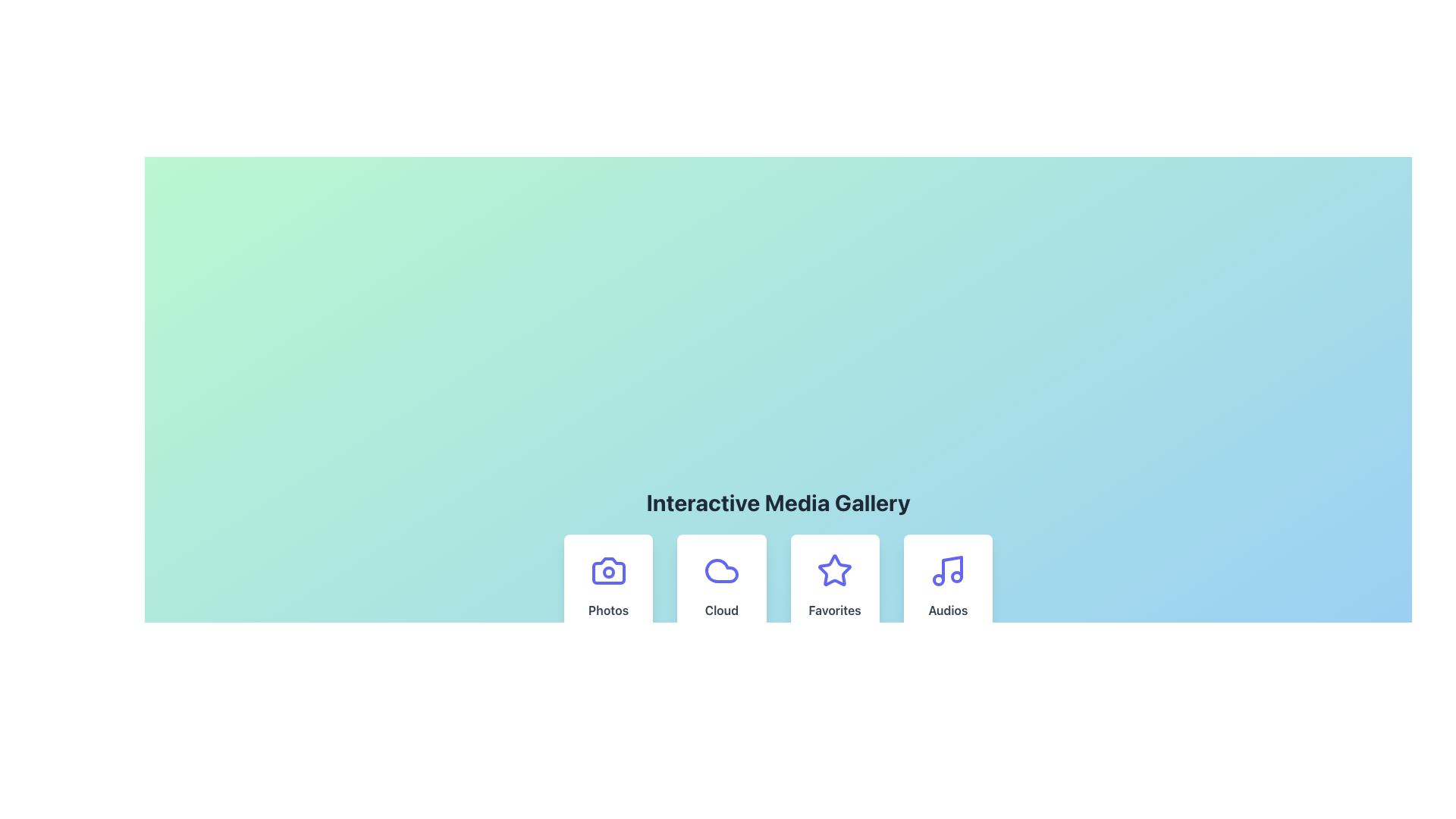  What do you see at coordinates (834, 588) in the screenshot?
I see `the third card in the media gallery that displays favorite items, located between the 'Cloud' card and the 'Audios' card` at bounding box center [834, 588].